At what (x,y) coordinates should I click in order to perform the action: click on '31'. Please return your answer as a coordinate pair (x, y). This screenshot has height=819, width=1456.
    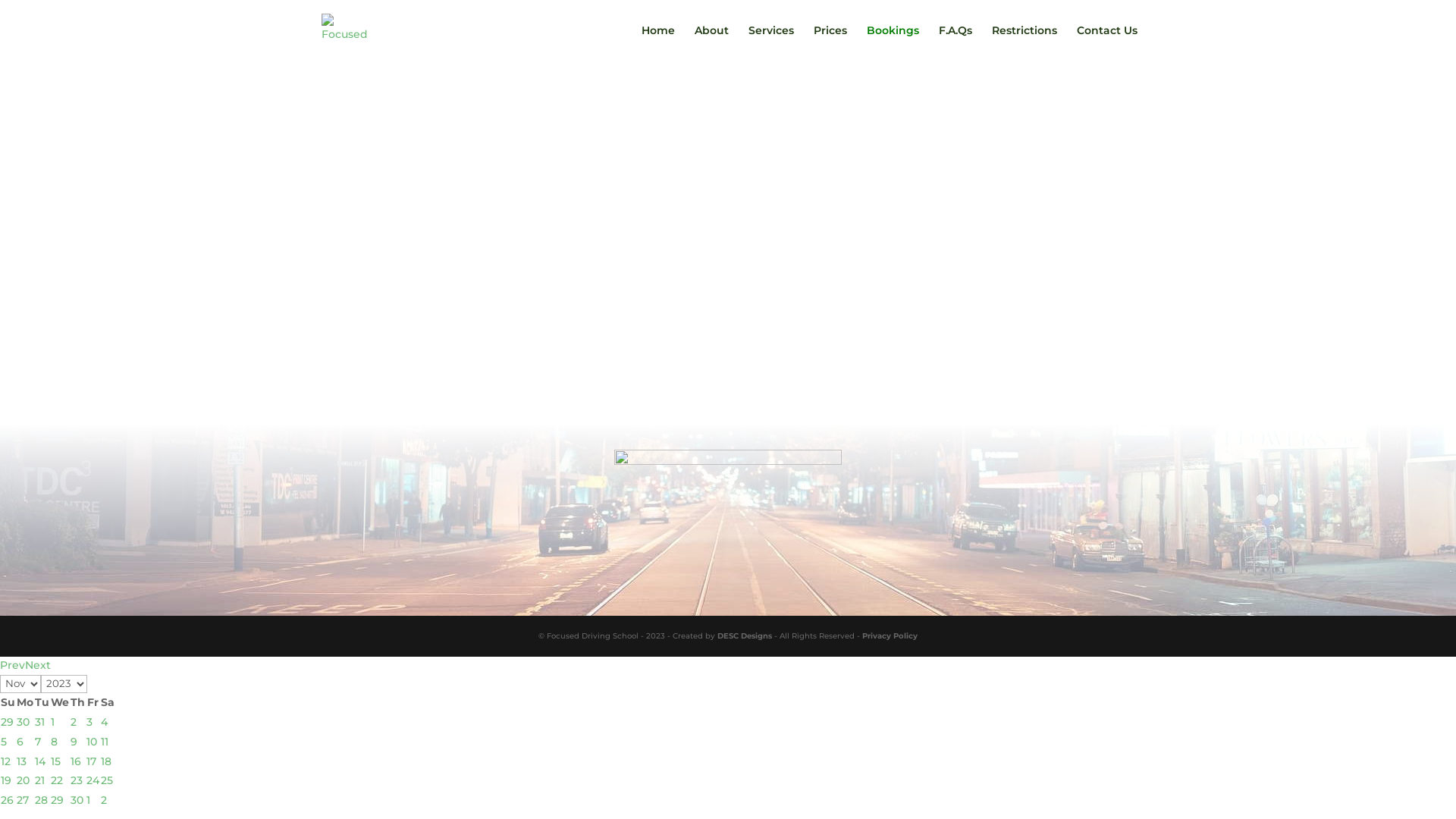
    Looking at the image, I should click on (39, 721).